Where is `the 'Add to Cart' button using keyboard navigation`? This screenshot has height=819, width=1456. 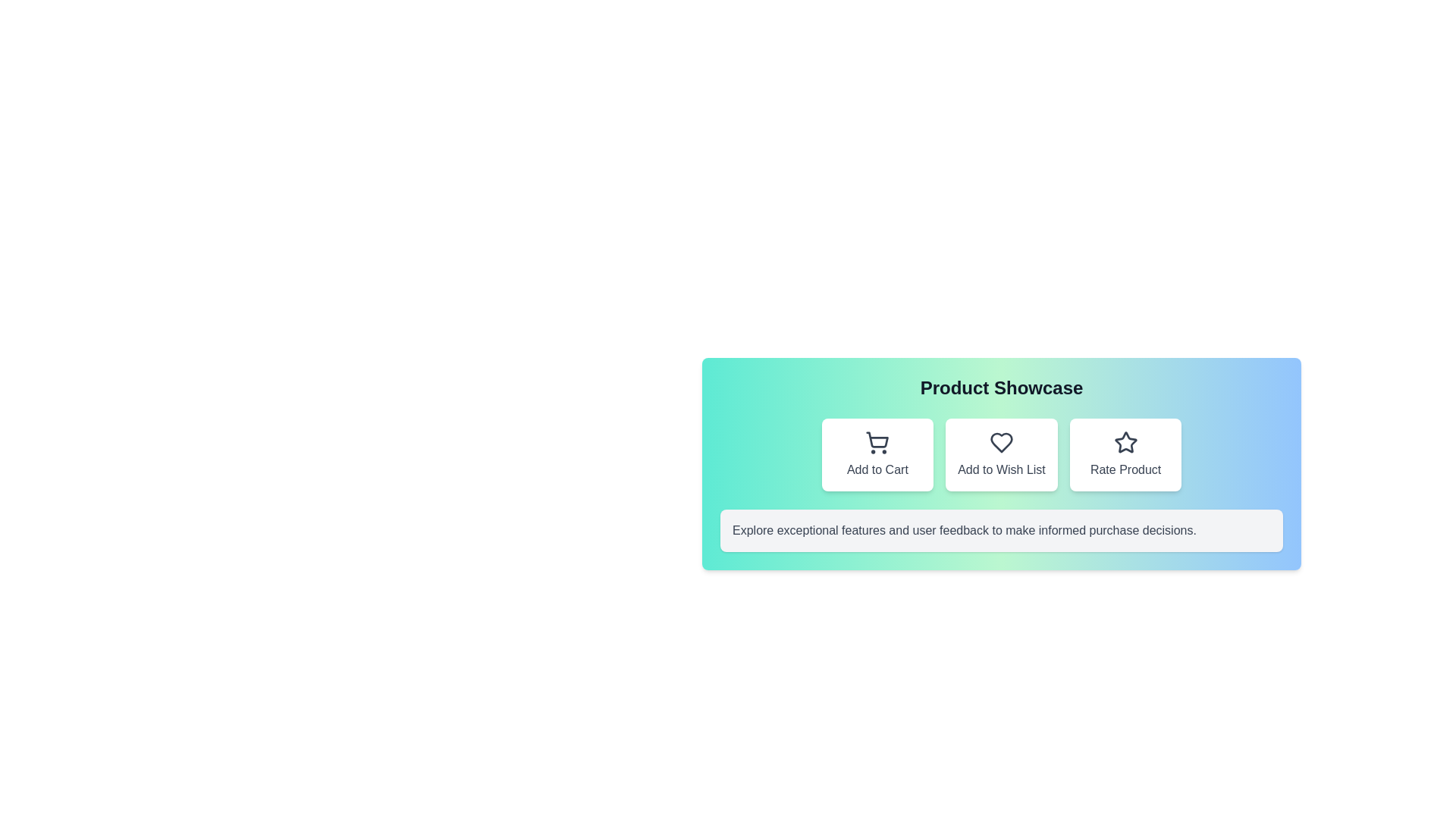 the 'Add to Cart' button using keyboard navigation is located at coordinates (877, 454).